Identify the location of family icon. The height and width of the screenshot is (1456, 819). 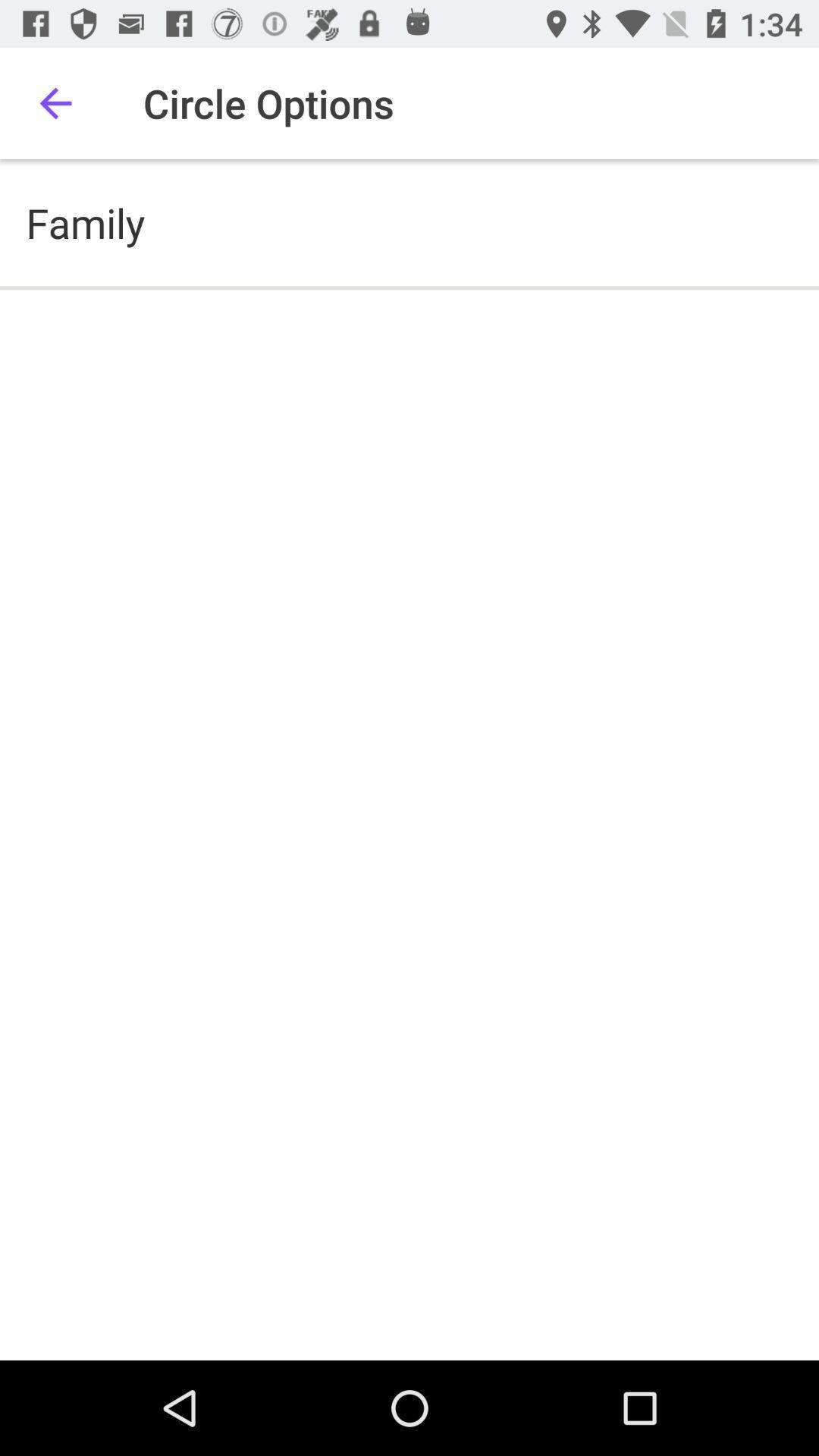
(85, 221).